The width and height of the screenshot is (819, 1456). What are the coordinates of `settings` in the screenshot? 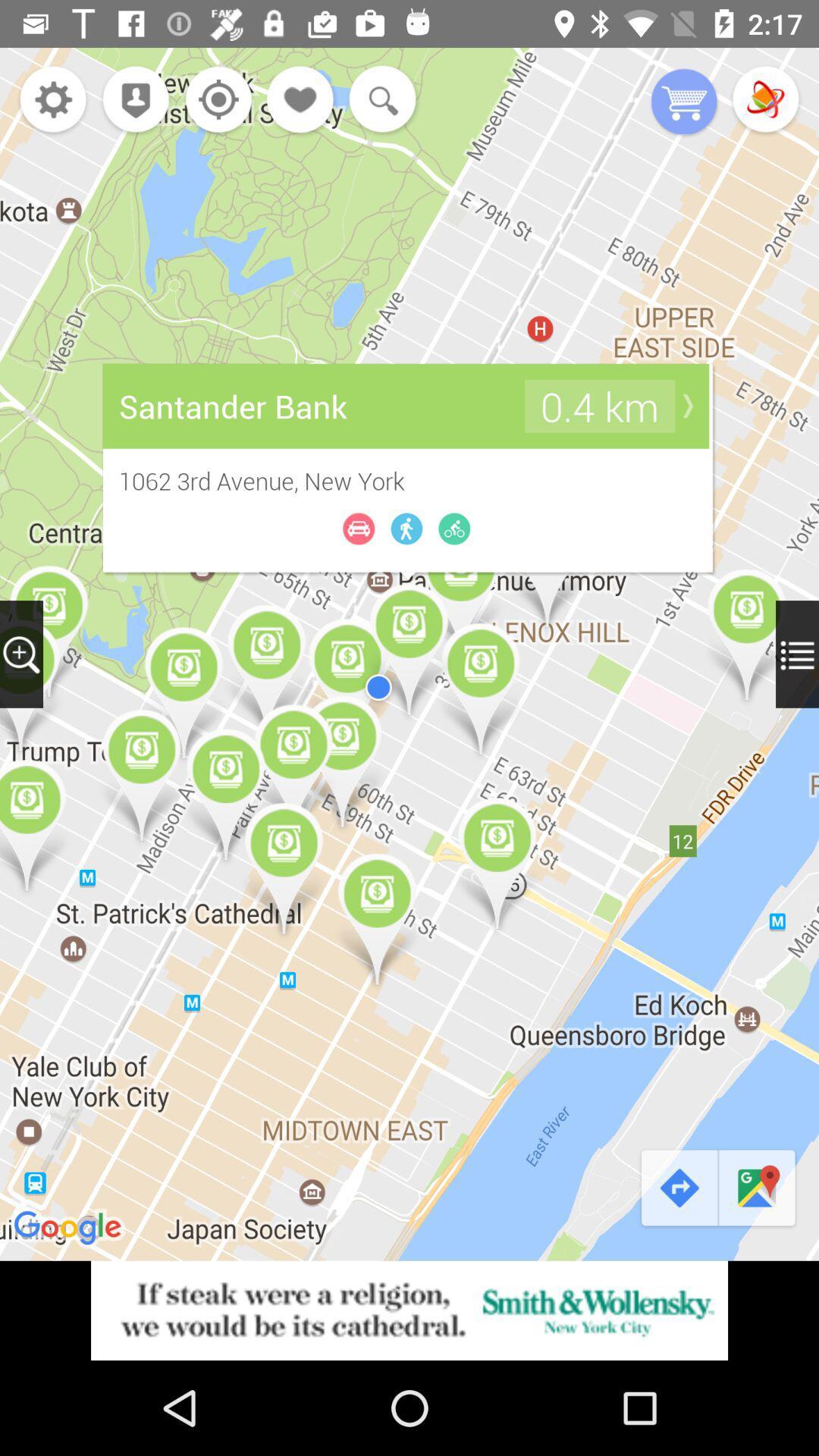 It's located at (52, 100).